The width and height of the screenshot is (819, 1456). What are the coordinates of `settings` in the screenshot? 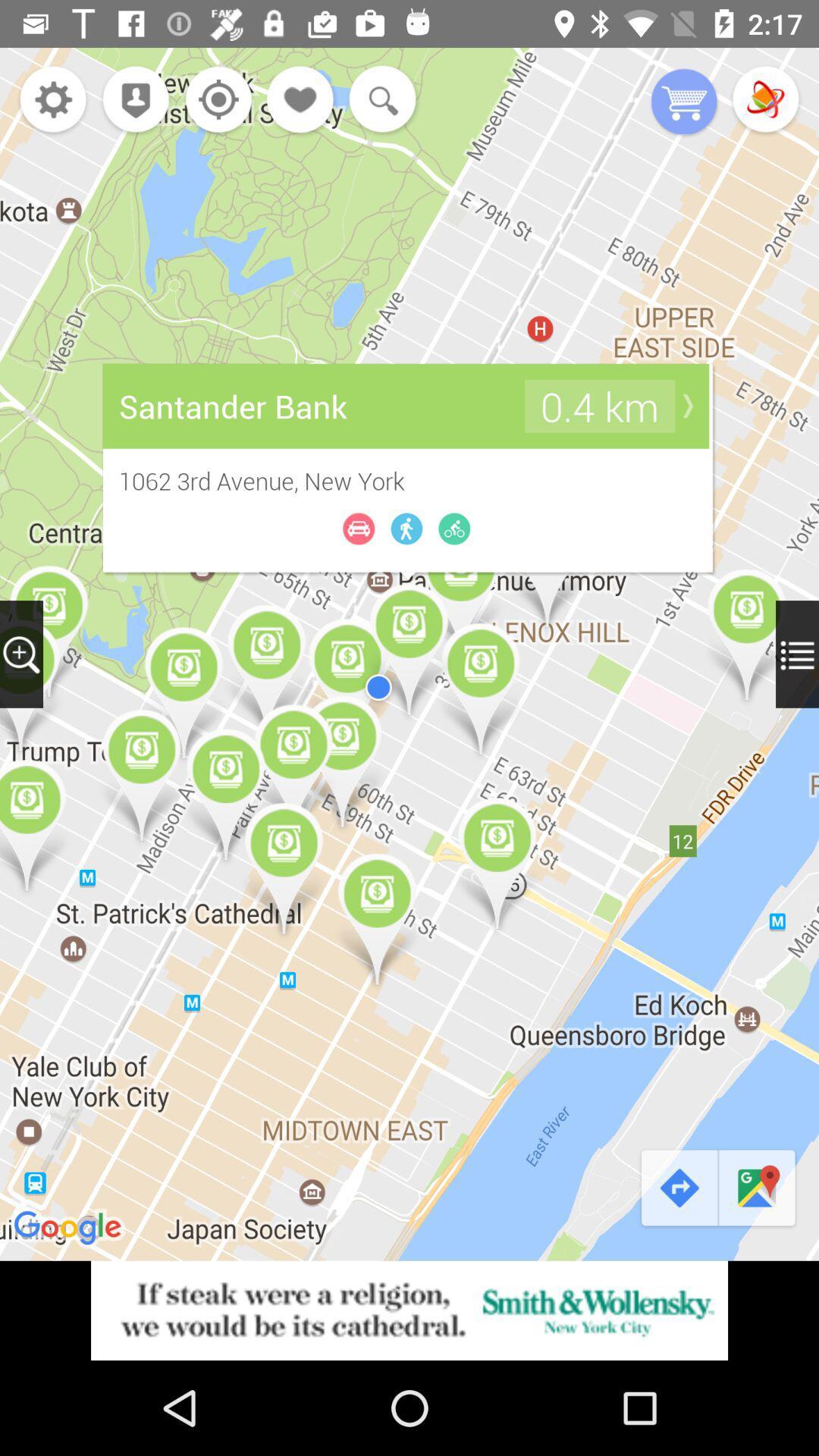 It's located at (52, 100).